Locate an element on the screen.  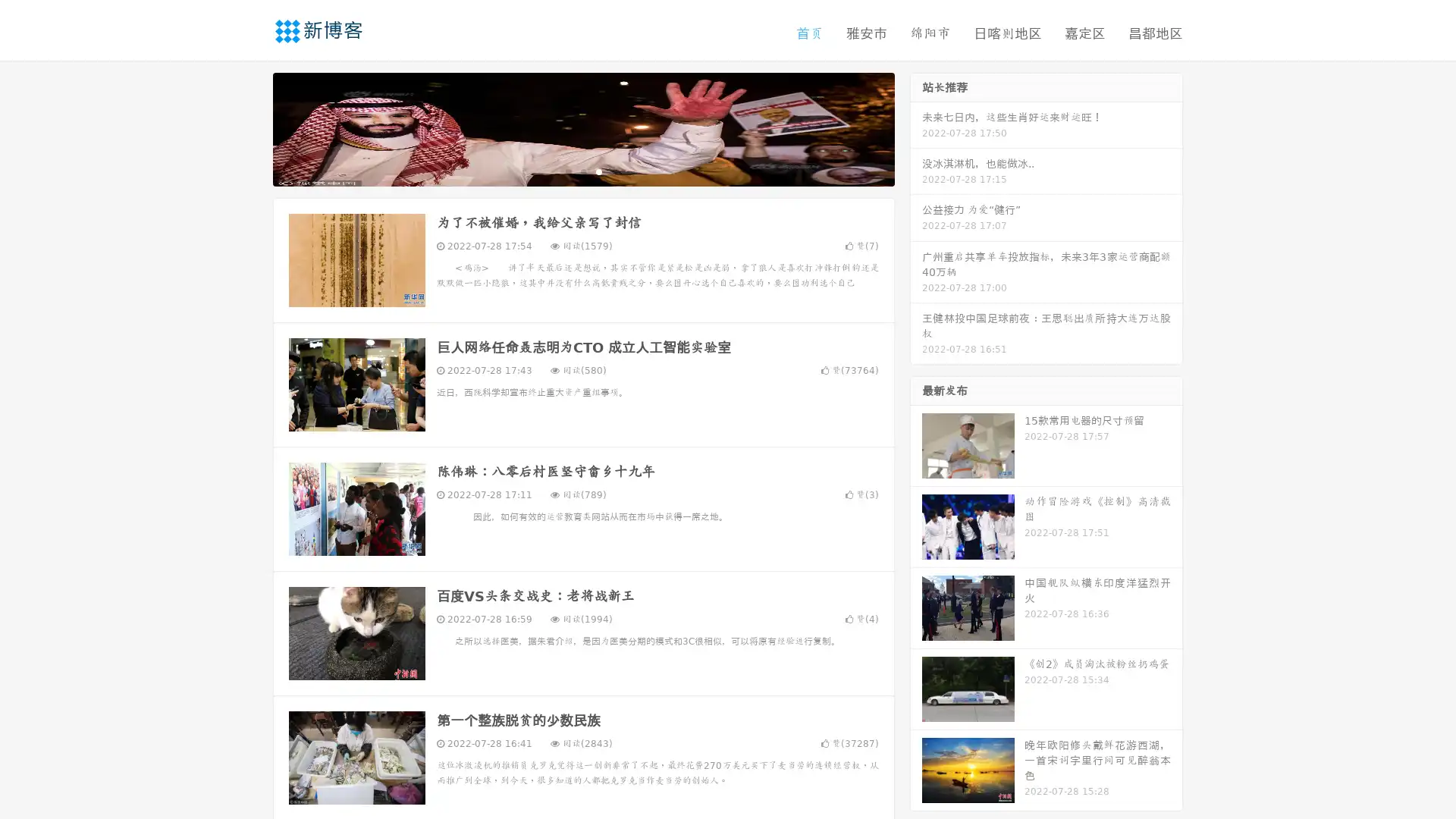
Go to slide 3 is located at coordinates (598, 171).